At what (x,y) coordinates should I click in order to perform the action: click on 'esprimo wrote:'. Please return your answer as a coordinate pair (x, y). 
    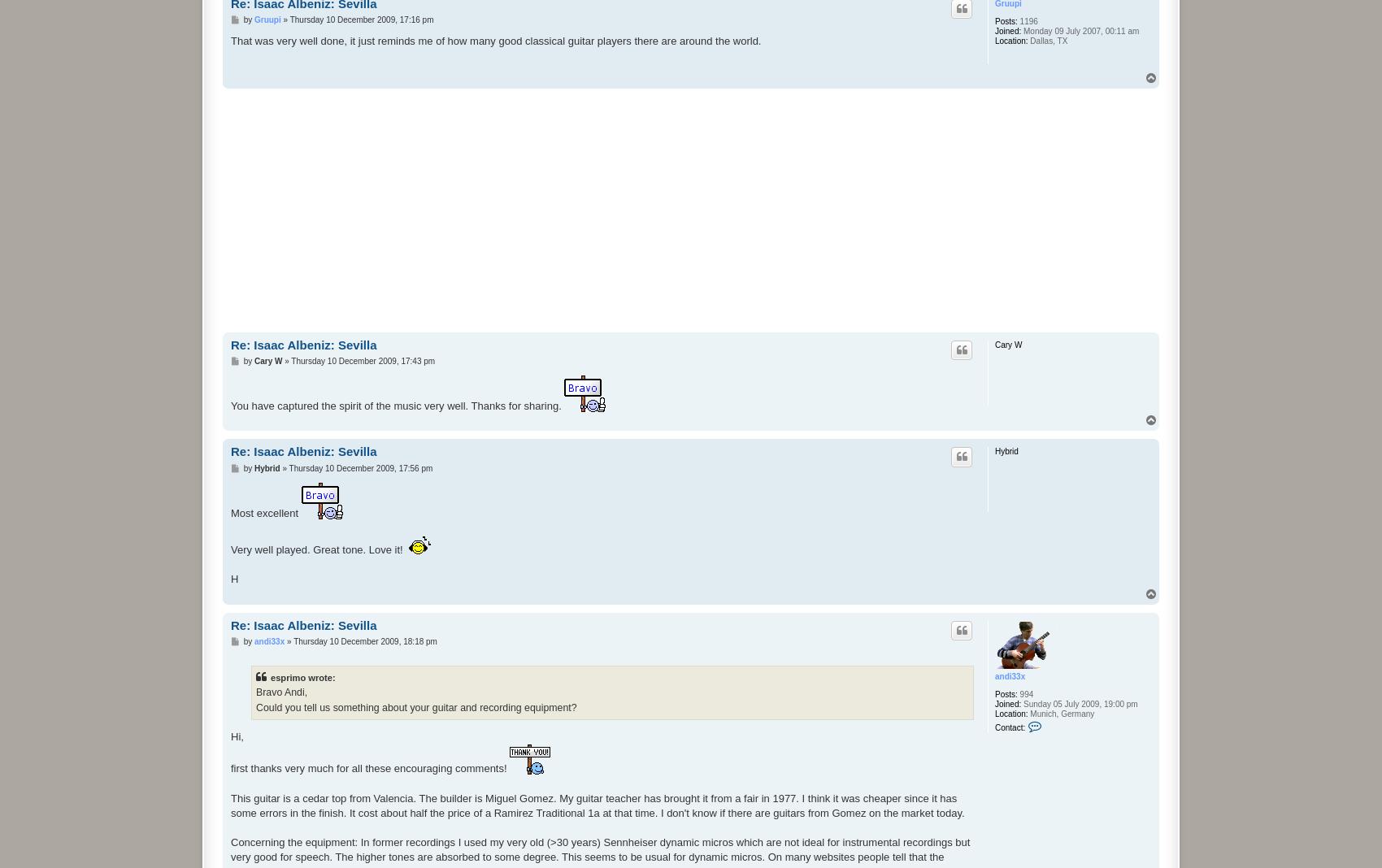
    Looking at the image, I should click on (302, 677).